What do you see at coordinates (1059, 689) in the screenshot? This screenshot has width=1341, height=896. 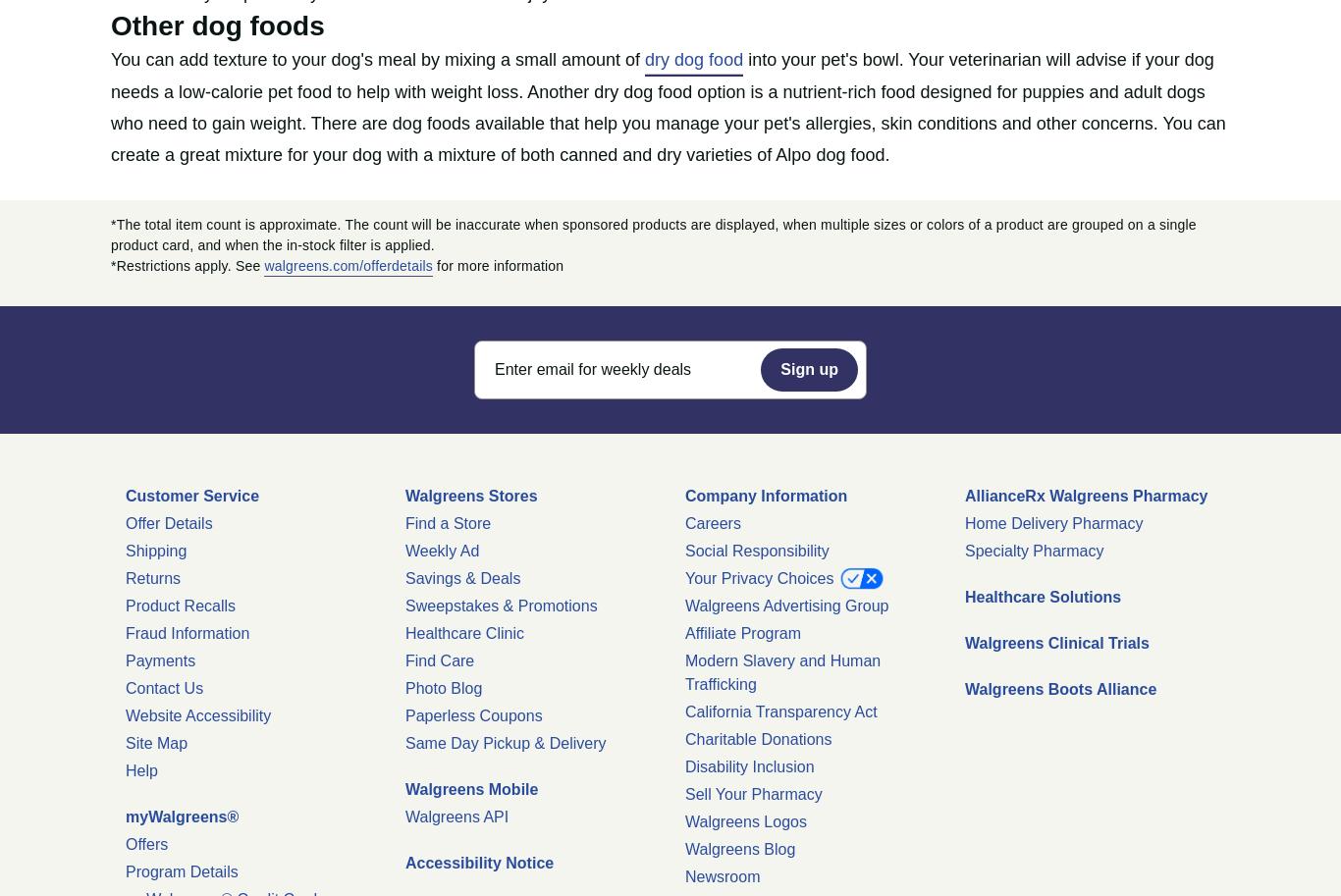 I see `'Walgreens Boots Alliance'` at bounding box center [1059, 689].